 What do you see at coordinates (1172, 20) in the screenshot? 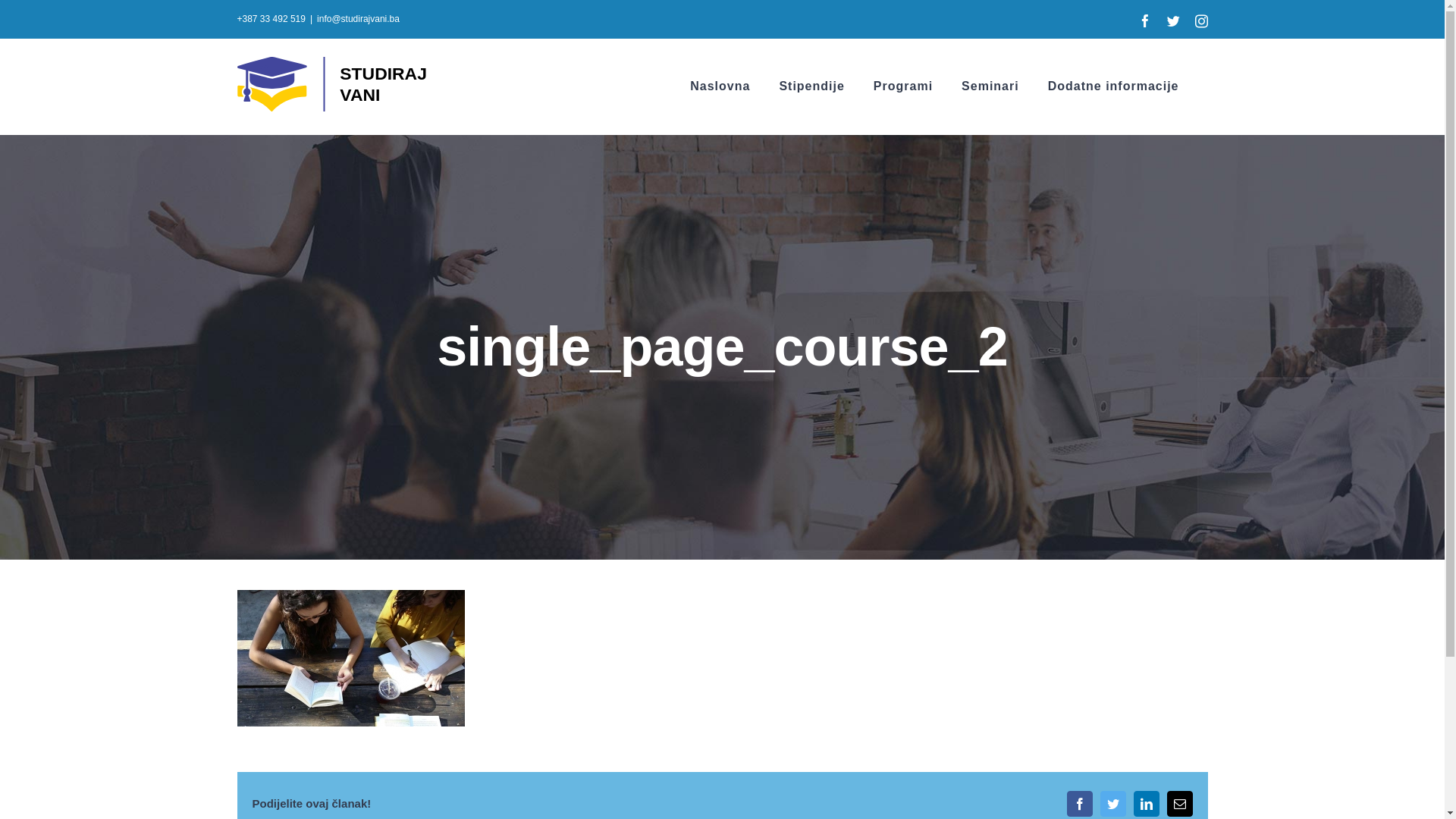
I see `'Twitter'` at bounding box center [1172, 20].